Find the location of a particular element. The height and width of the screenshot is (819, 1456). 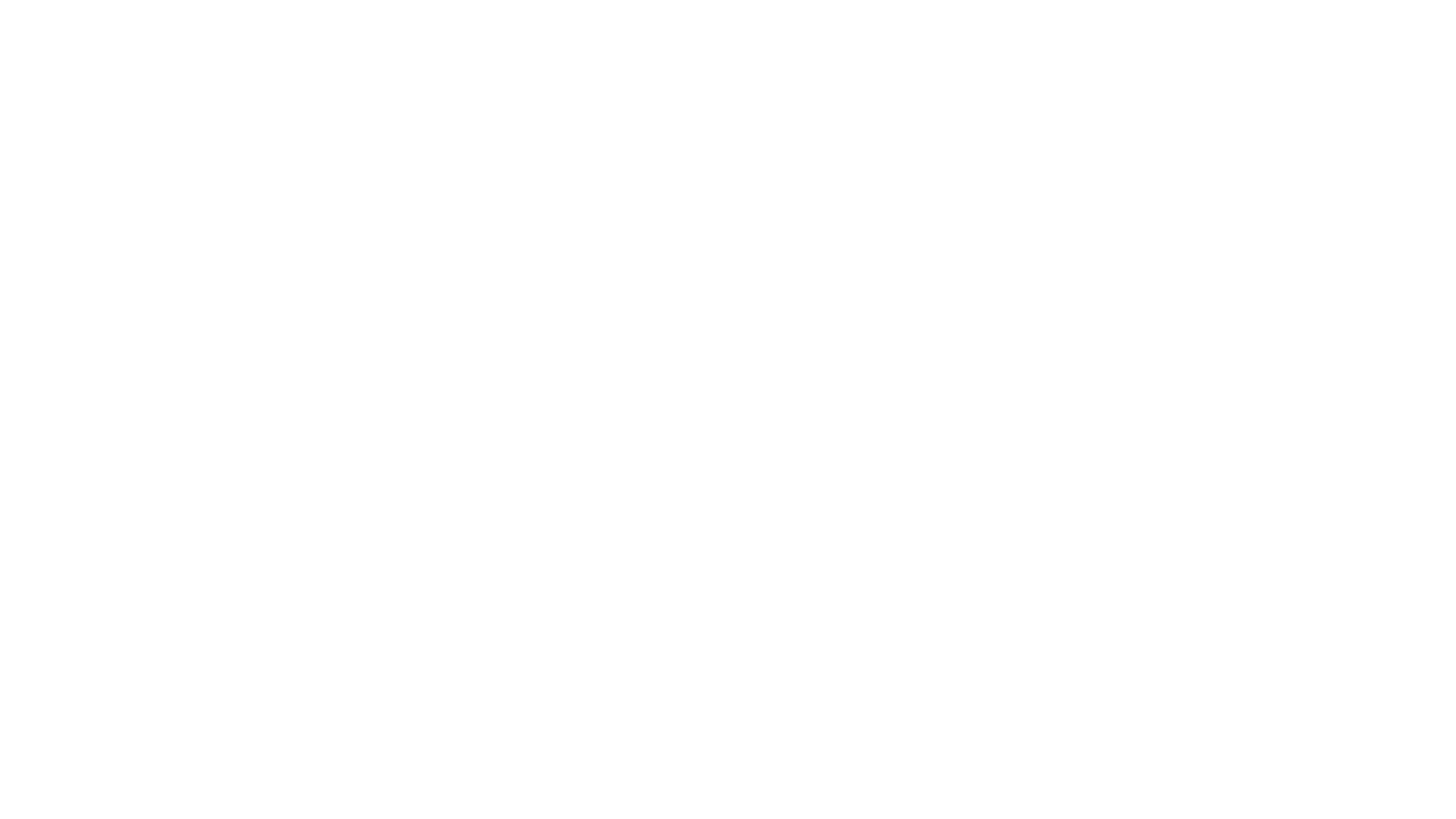

Stories is located at coordinates (586, 20).